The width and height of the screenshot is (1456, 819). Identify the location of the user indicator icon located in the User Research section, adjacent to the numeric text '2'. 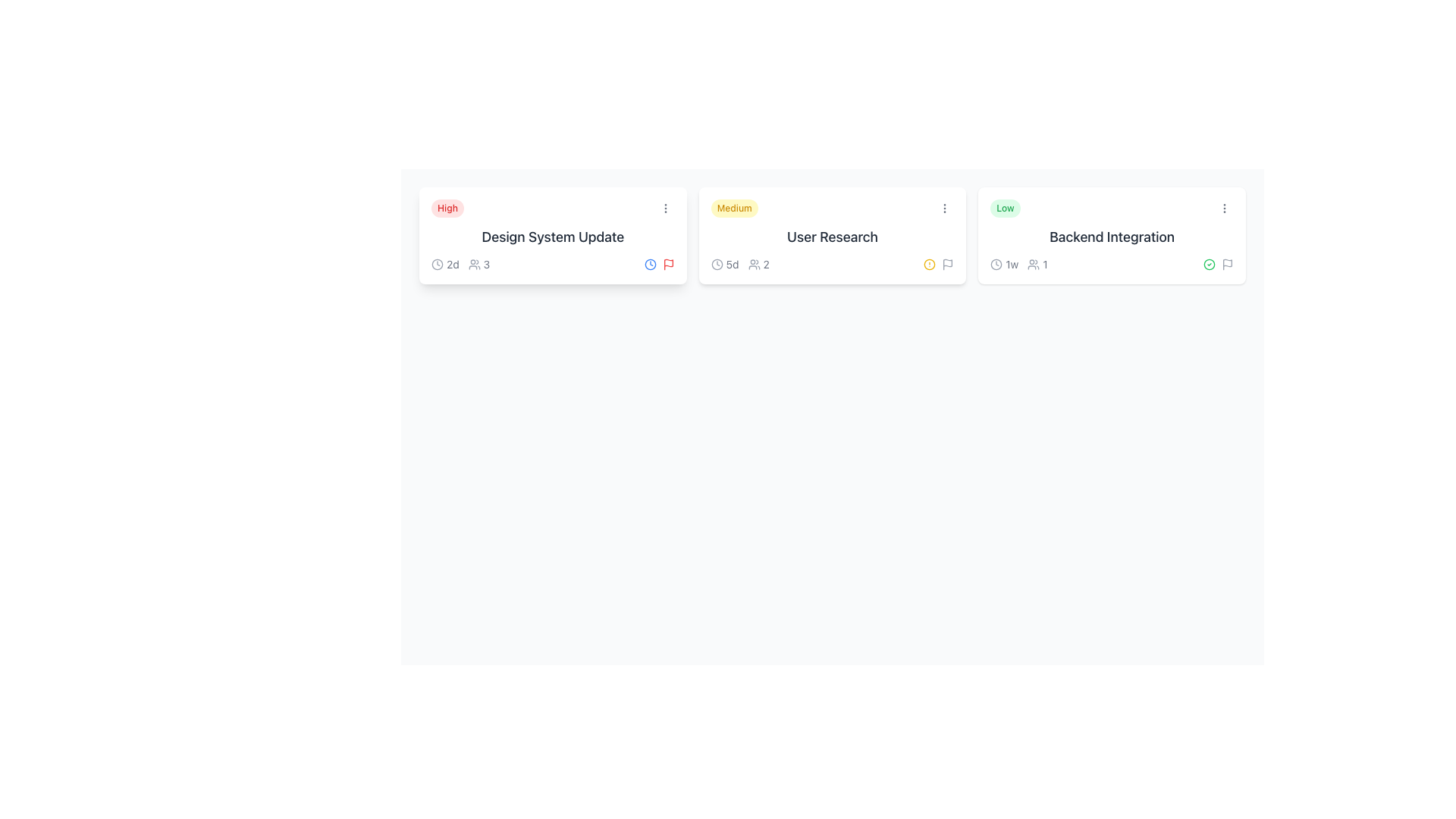
(754, 263).